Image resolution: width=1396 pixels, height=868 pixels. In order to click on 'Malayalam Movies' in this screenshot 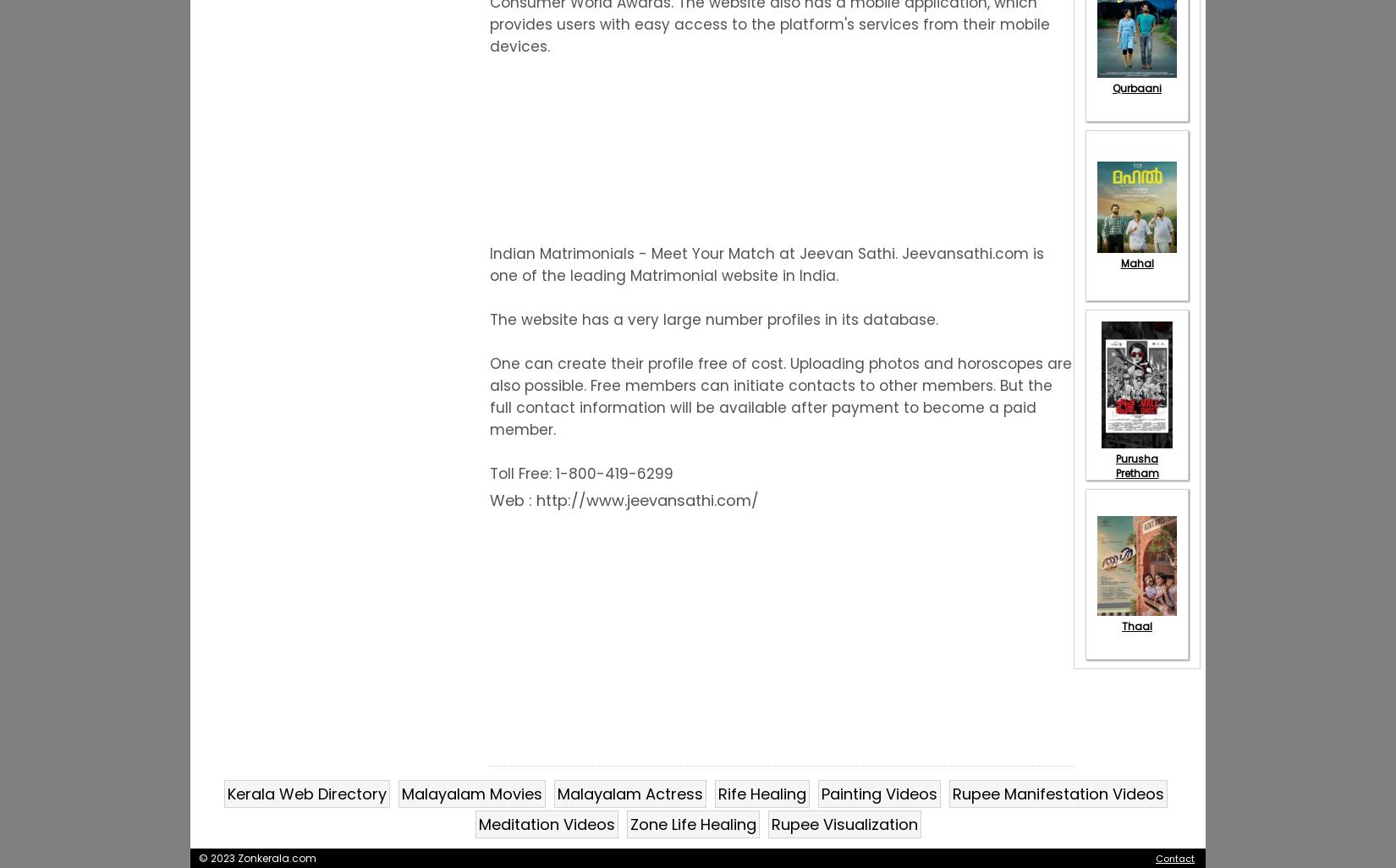, I will do `click(471, 793)`.